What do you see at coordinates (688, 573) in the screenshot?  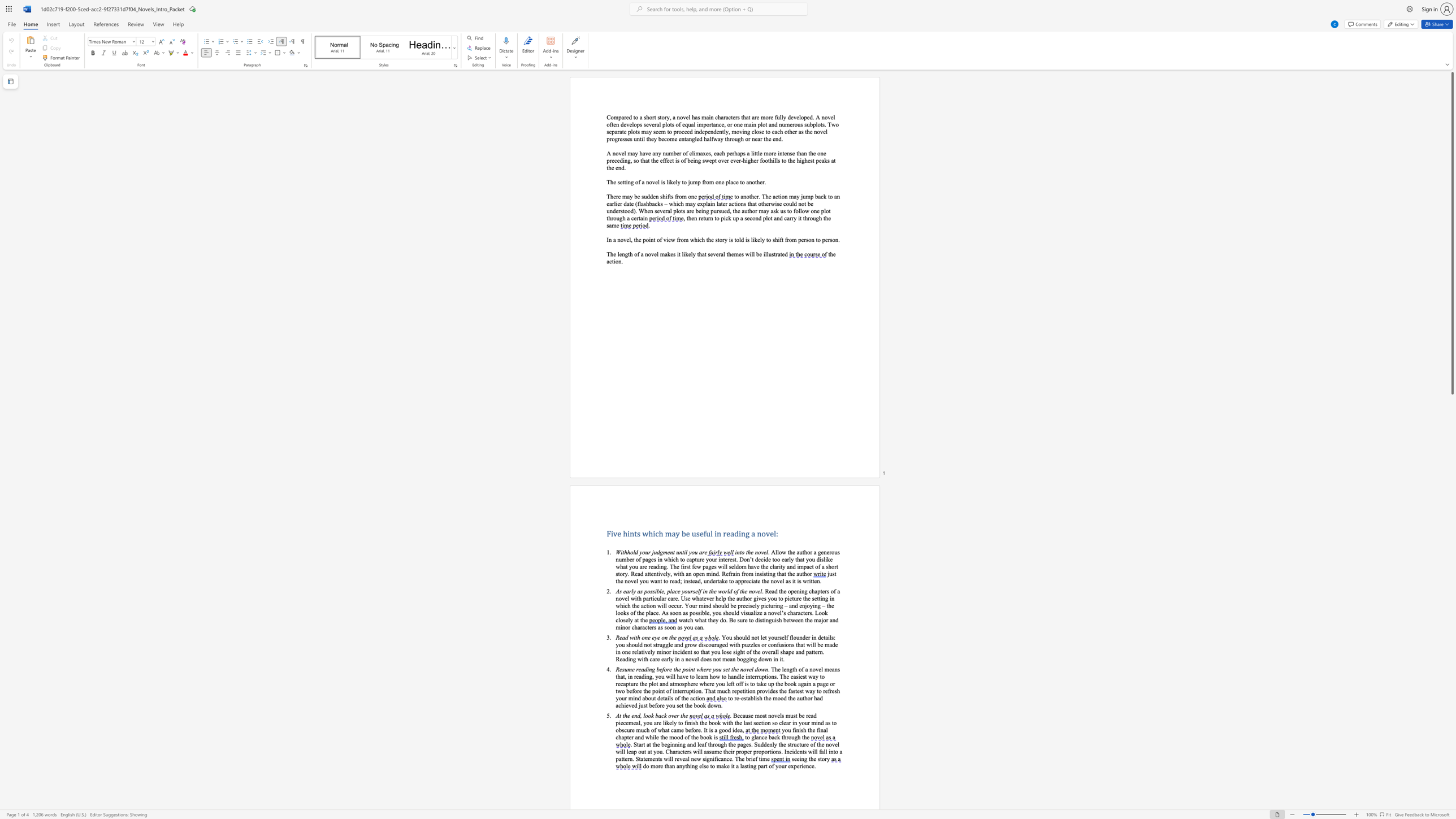 I see `the subset text "n open mind. Refrain f" within the text "decide too early that you dislike what you are reading. The first few pages will seldom have the clarity and impact of a short story. Read attentively, with an open mind. Refrain from insisting that the author"` at bounding box center [688, 573].